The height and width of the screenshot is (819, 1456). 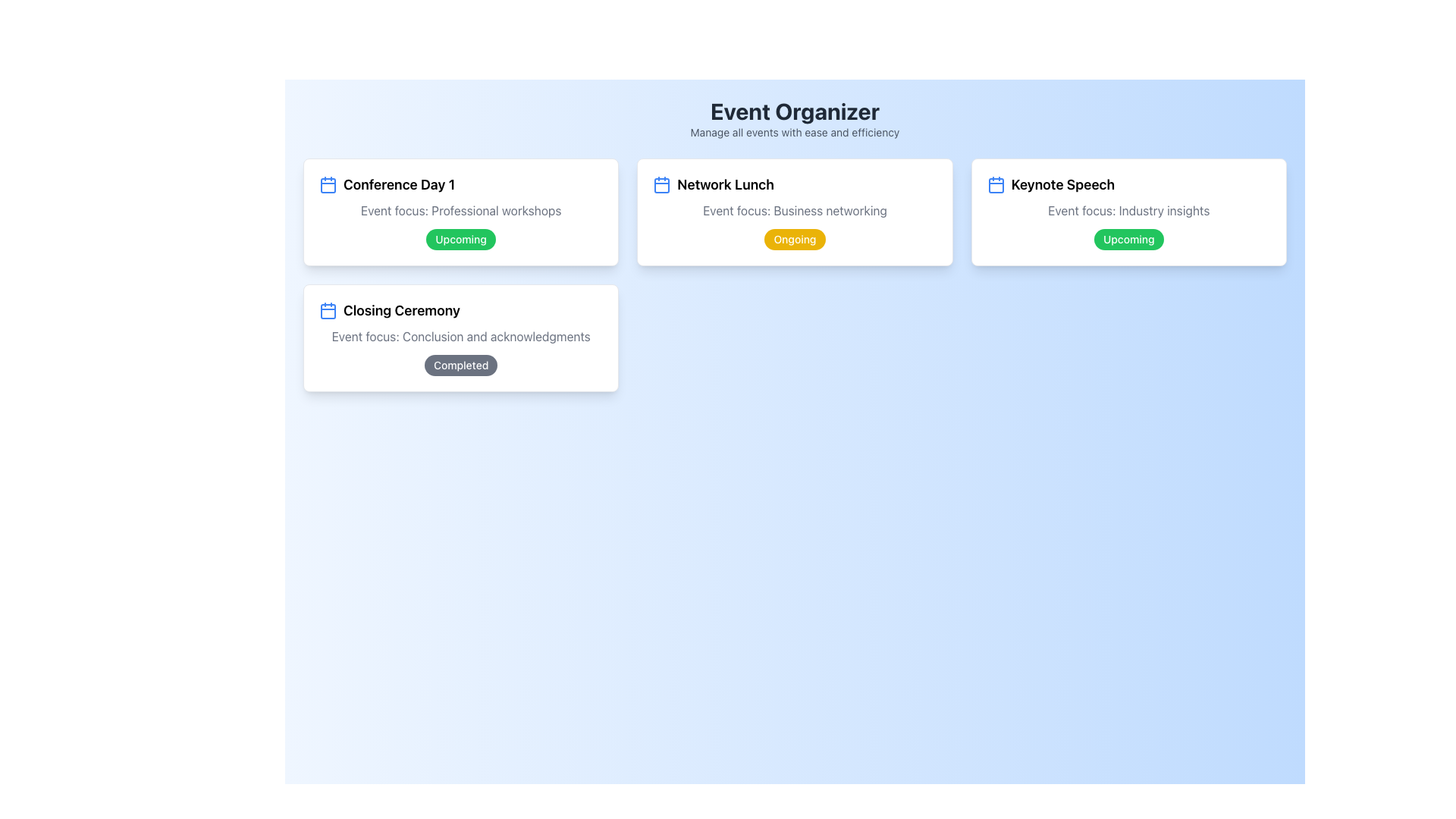 What do you see at coordinates (460, 337) in the screenshot?
I see `the Information card titled 'Closing Ceremony', which is located in the lower-left segment of the grid layout and is the fourth card in visual sequence` at bounding box center [460, 337].